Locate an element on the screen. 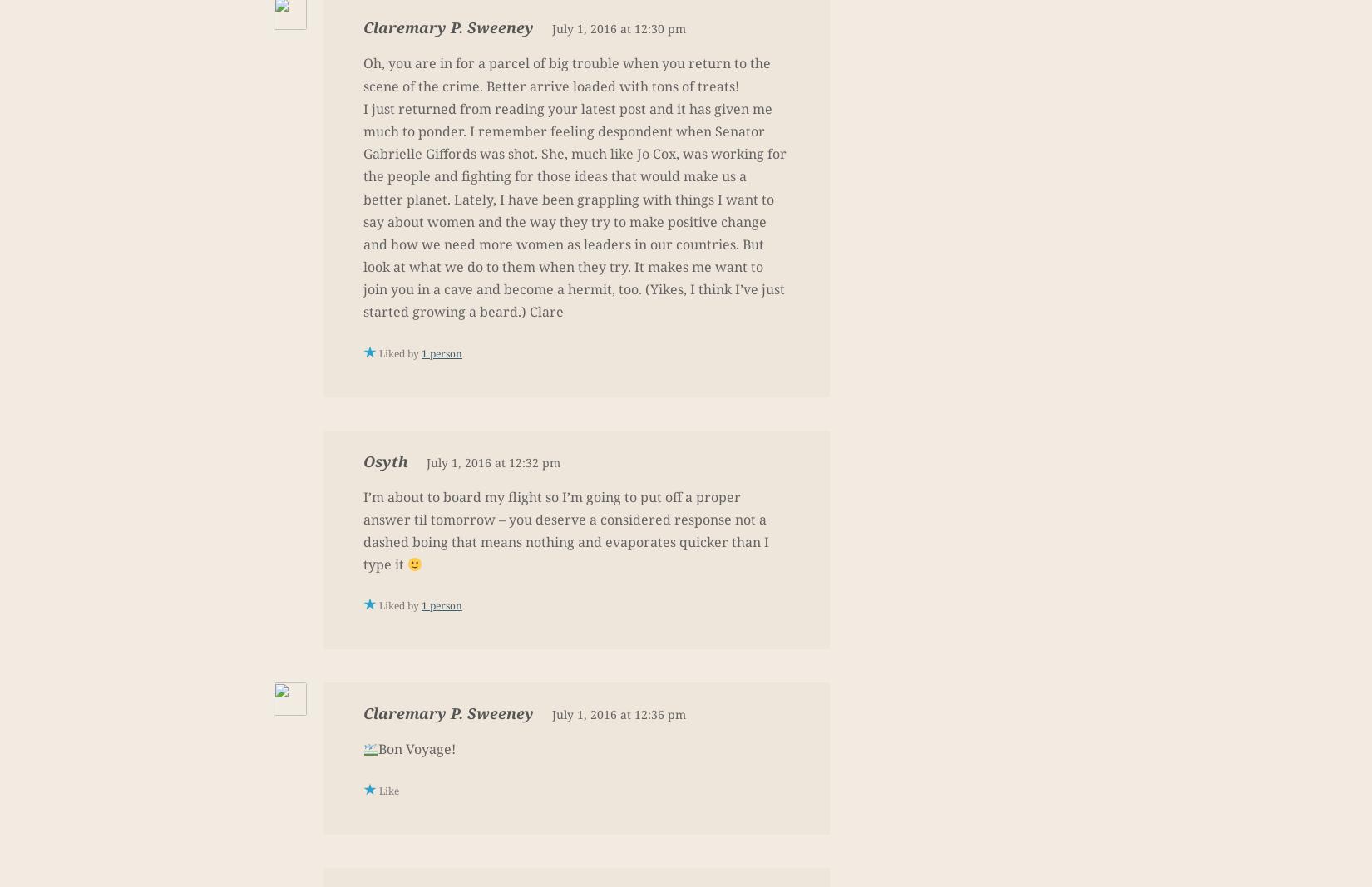 The height and width of the screenshot is (887, 1372). 'July 1, 2016 at 12:32 pm' is located at coordinates (492, 461).